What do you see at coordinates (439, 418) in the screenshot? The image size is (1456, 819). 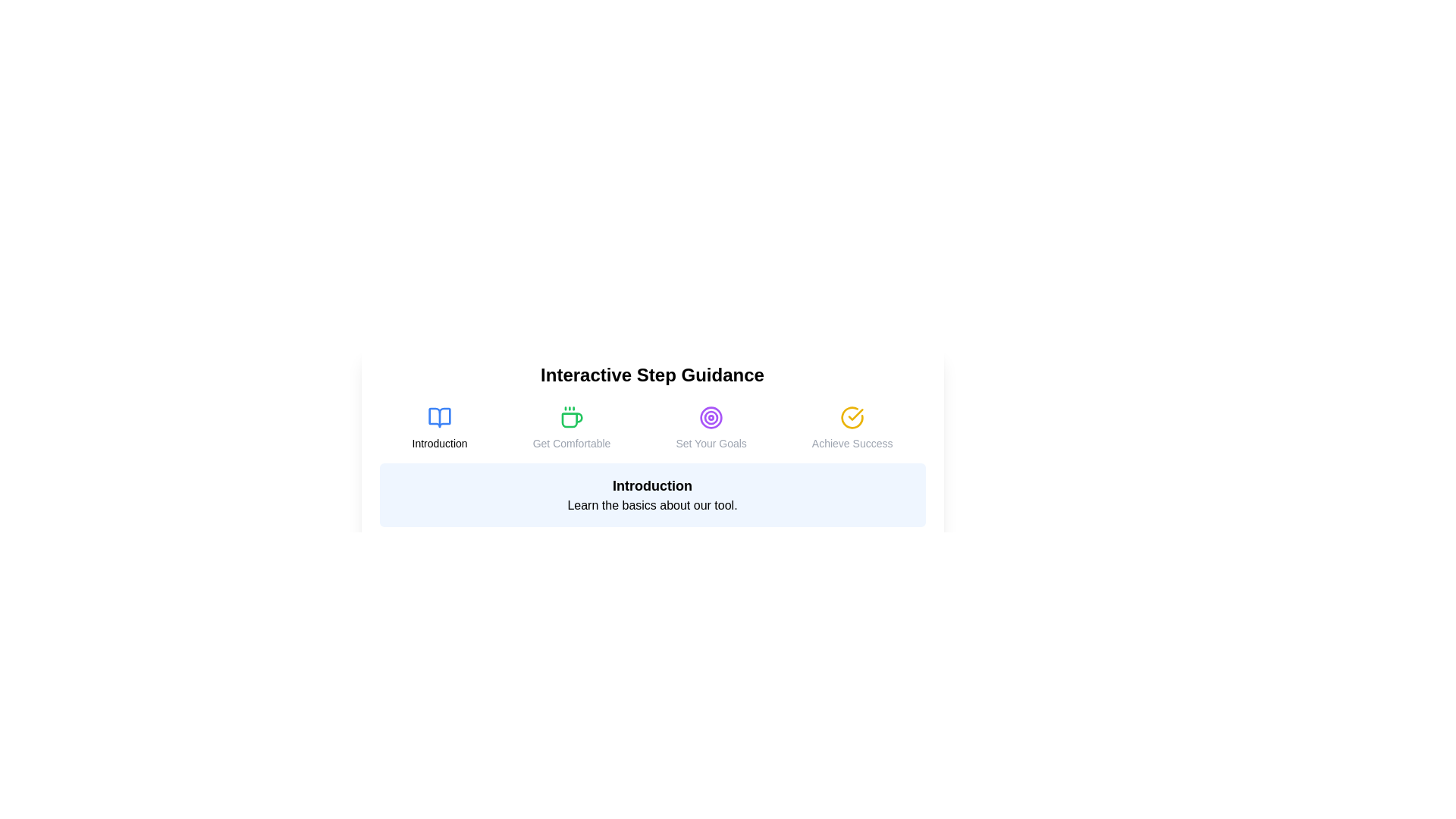 I see `the 'Introduction' icon in the step-by-step navigation interface, which is the first icon in a horizontal list located on the left side above the label 'Introduction'` at bounding box center [439, 418].